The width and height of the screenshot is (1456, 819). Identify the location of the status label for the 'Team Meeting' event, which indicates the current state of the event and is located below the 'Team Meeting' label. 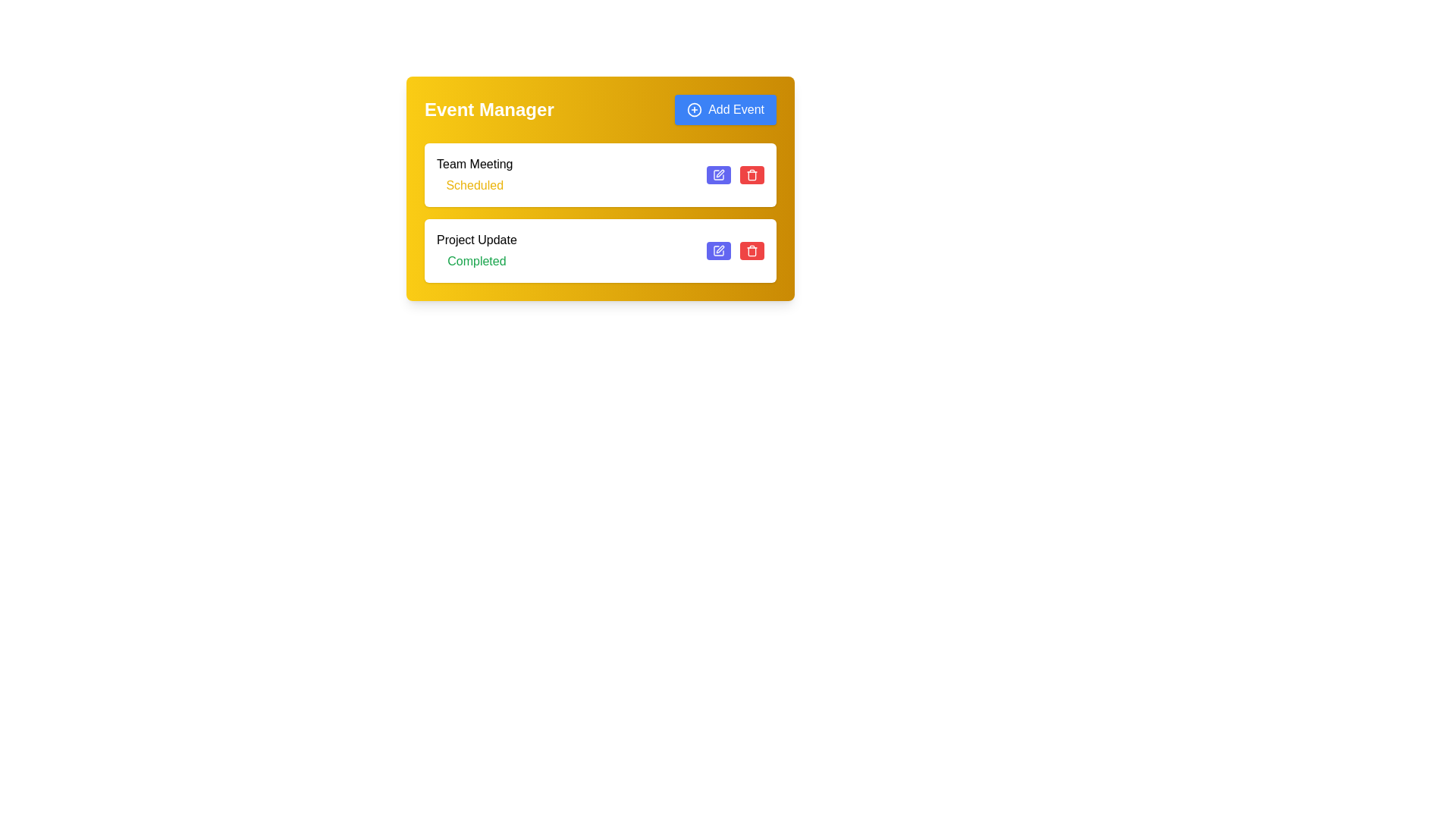
(474, 185).